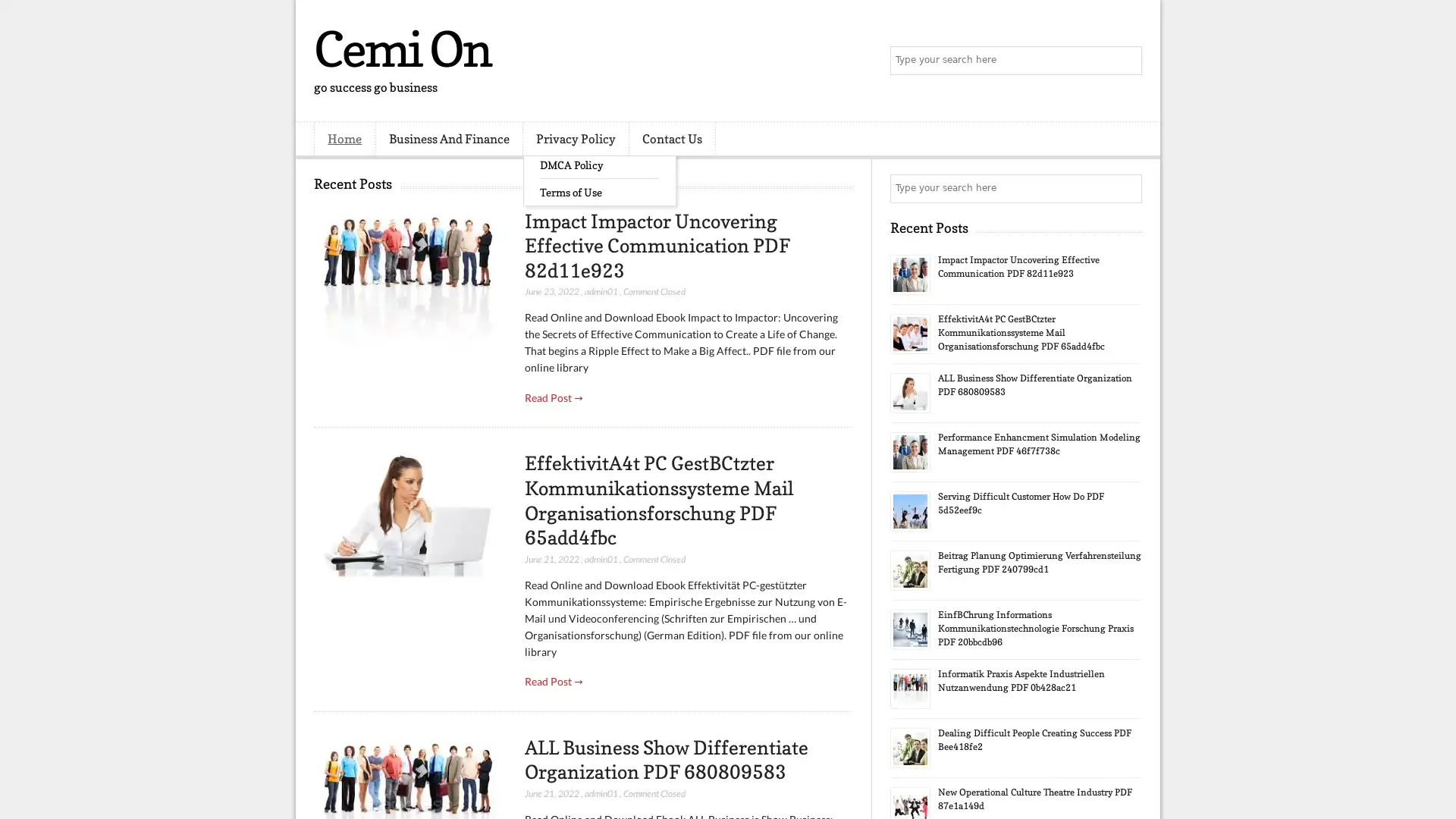 The height and width of the screenshot is (819, 1456). What do you see at coordinates (1126, 61) in the screenshot?
I see `Search` at bounding box center [1126, 61].